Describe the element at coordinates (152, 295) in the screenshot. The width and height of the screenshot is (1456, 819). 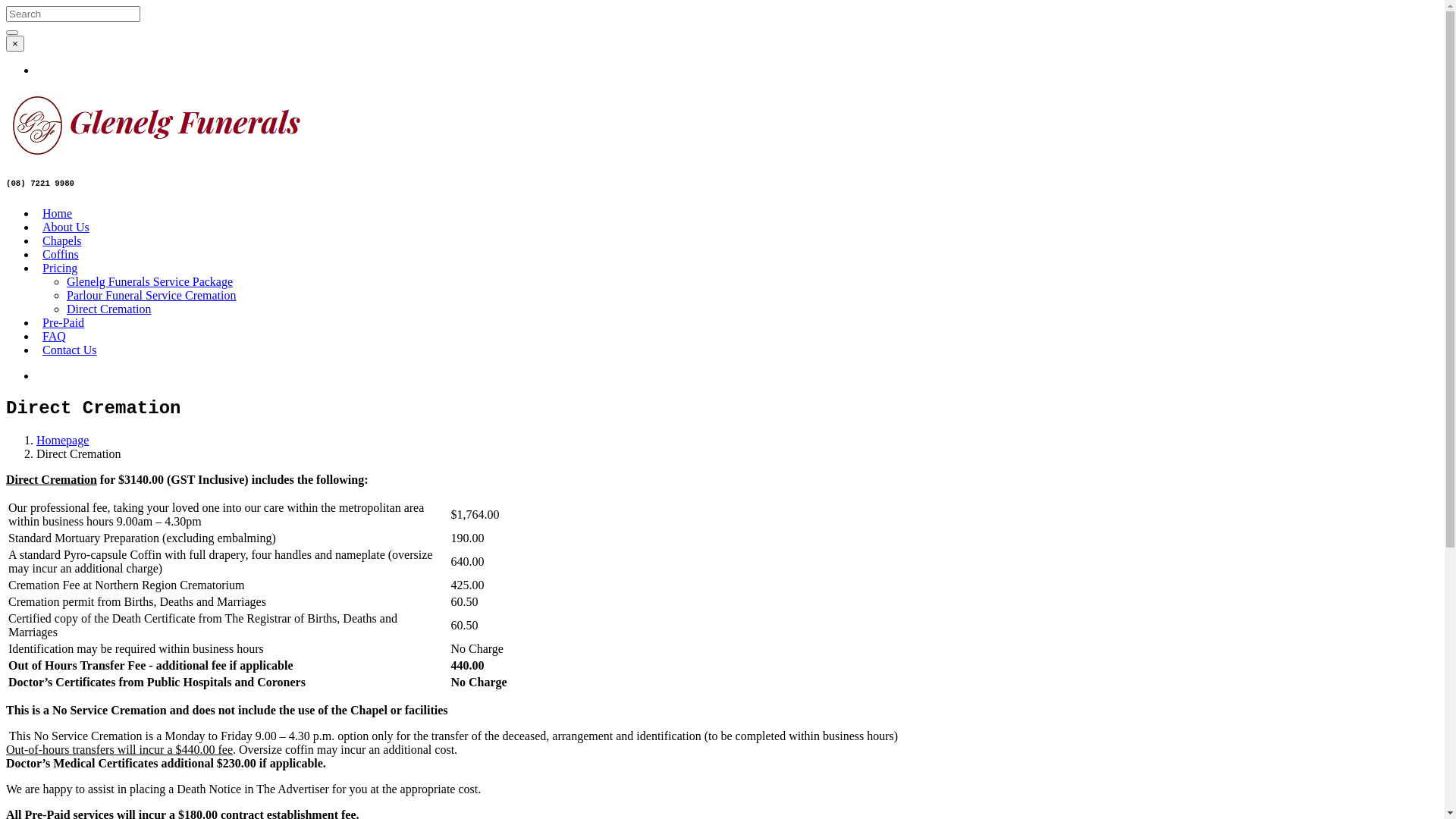
I see `'Parlour Funeral Service Cremation'` at that location.